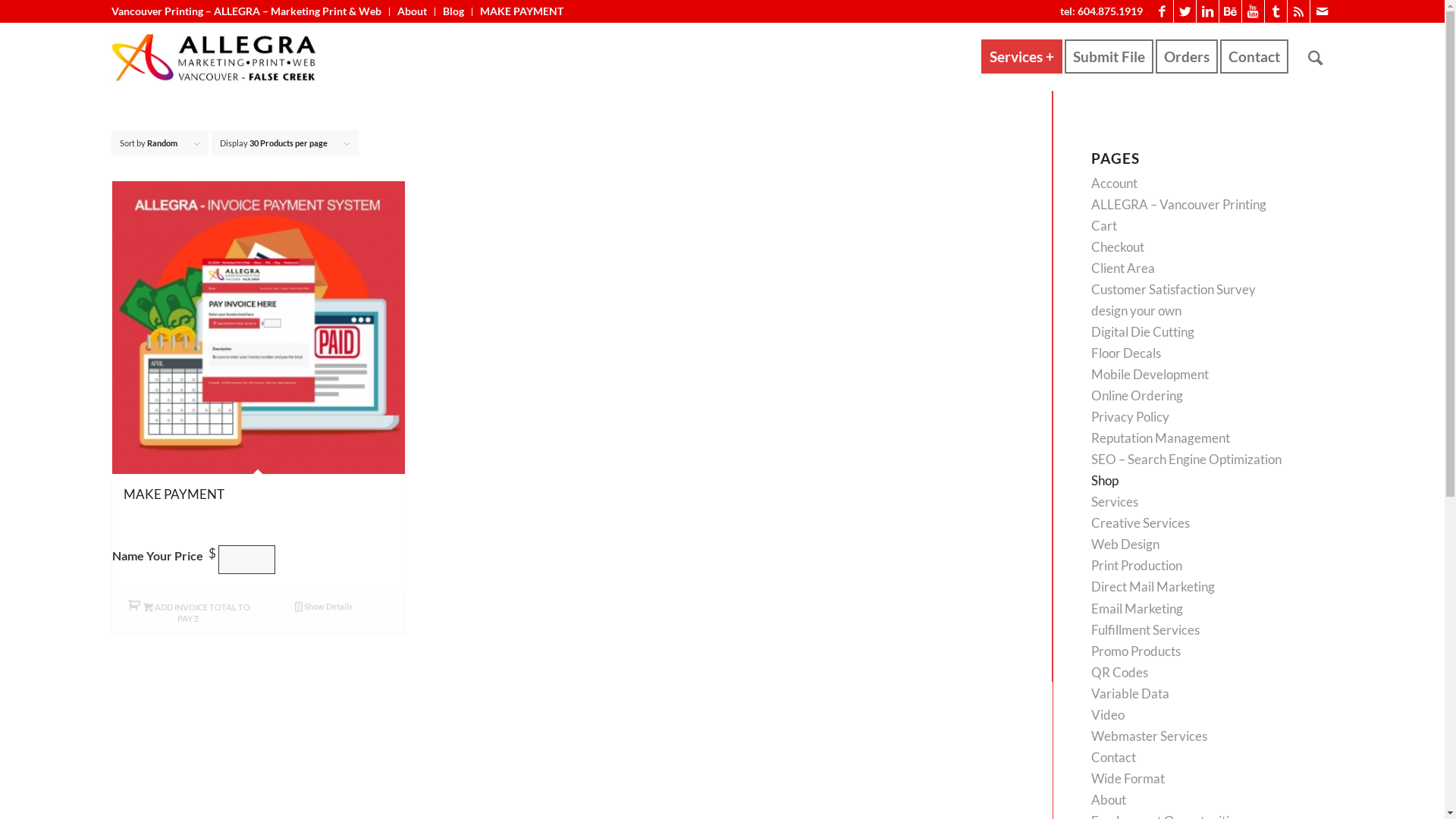  What do you see at coordinates (1137, 607) in the screenshot?
I see `'Email Marketing'` at bounding box center [1137, 607].